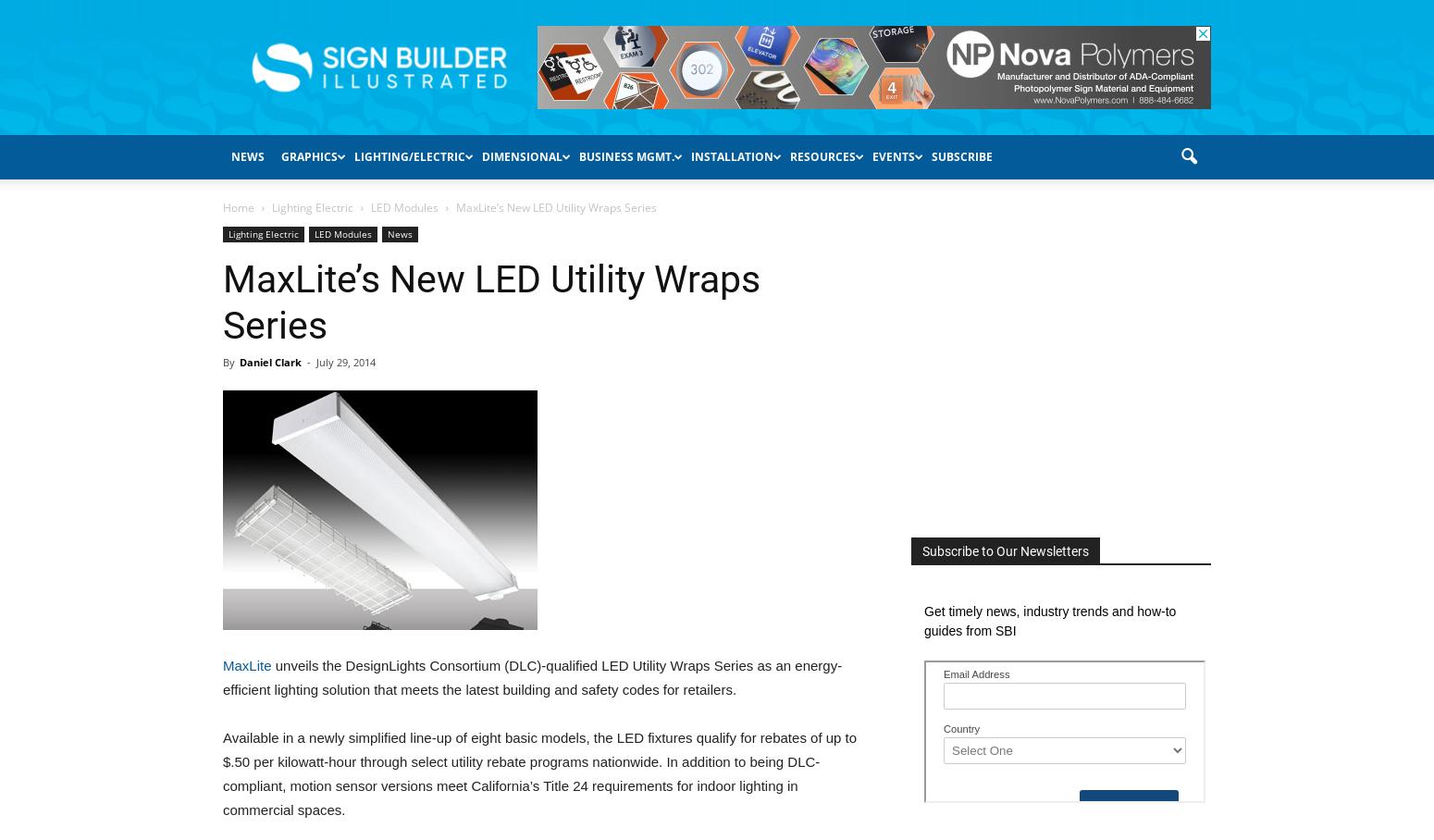 The height and width of the screenshot is (840, 1434). Describe the element at coordinates (921, 551) in the screenshot. I see `'Subscribe to Our Newsletters'` at that location.